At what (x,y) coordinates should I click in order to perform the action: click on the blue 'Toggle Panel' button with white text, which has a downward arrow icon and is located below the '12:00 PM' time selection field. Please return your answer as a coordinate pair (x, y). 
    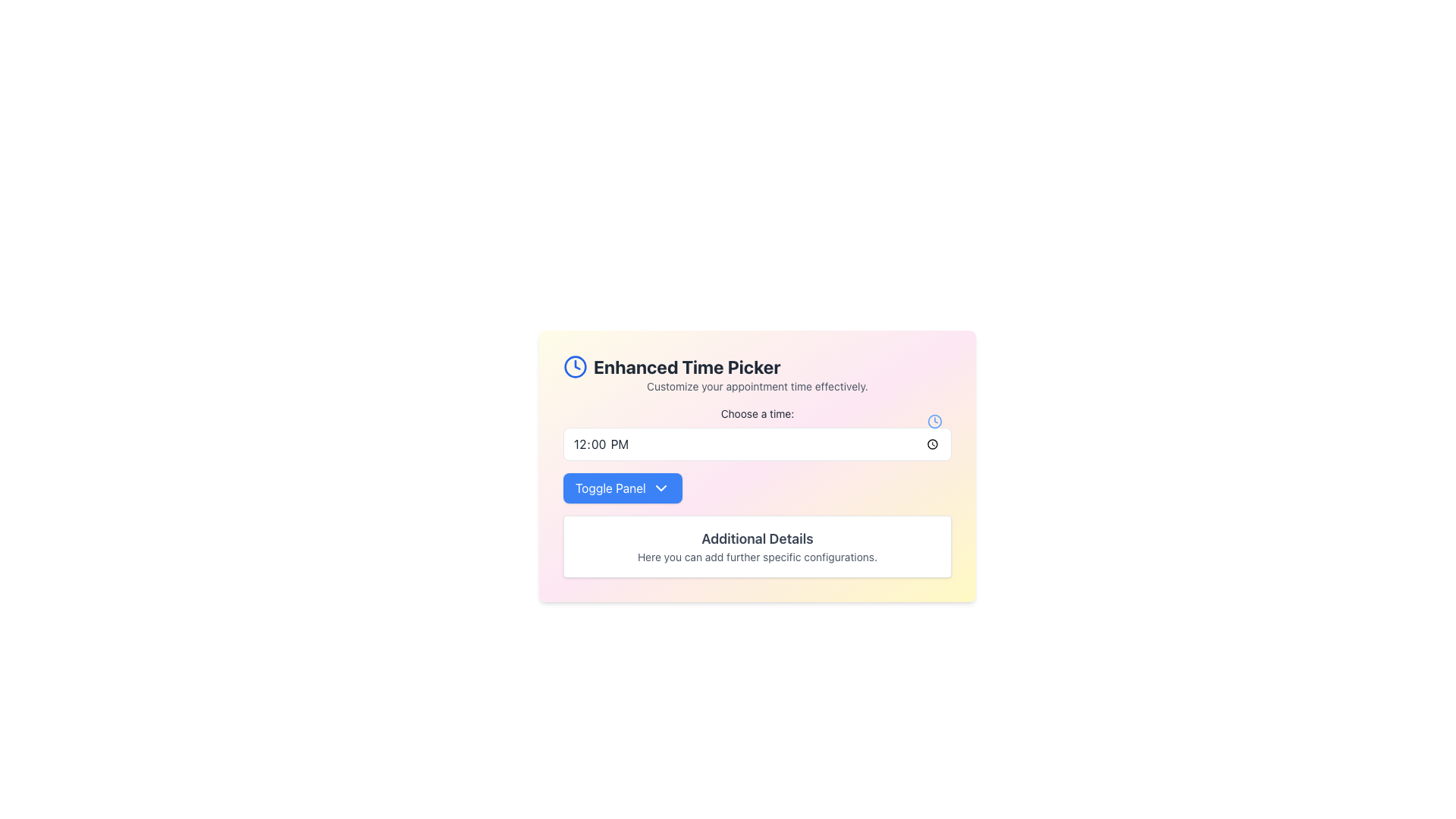
    Looking at the image, I should click on (623, 488).